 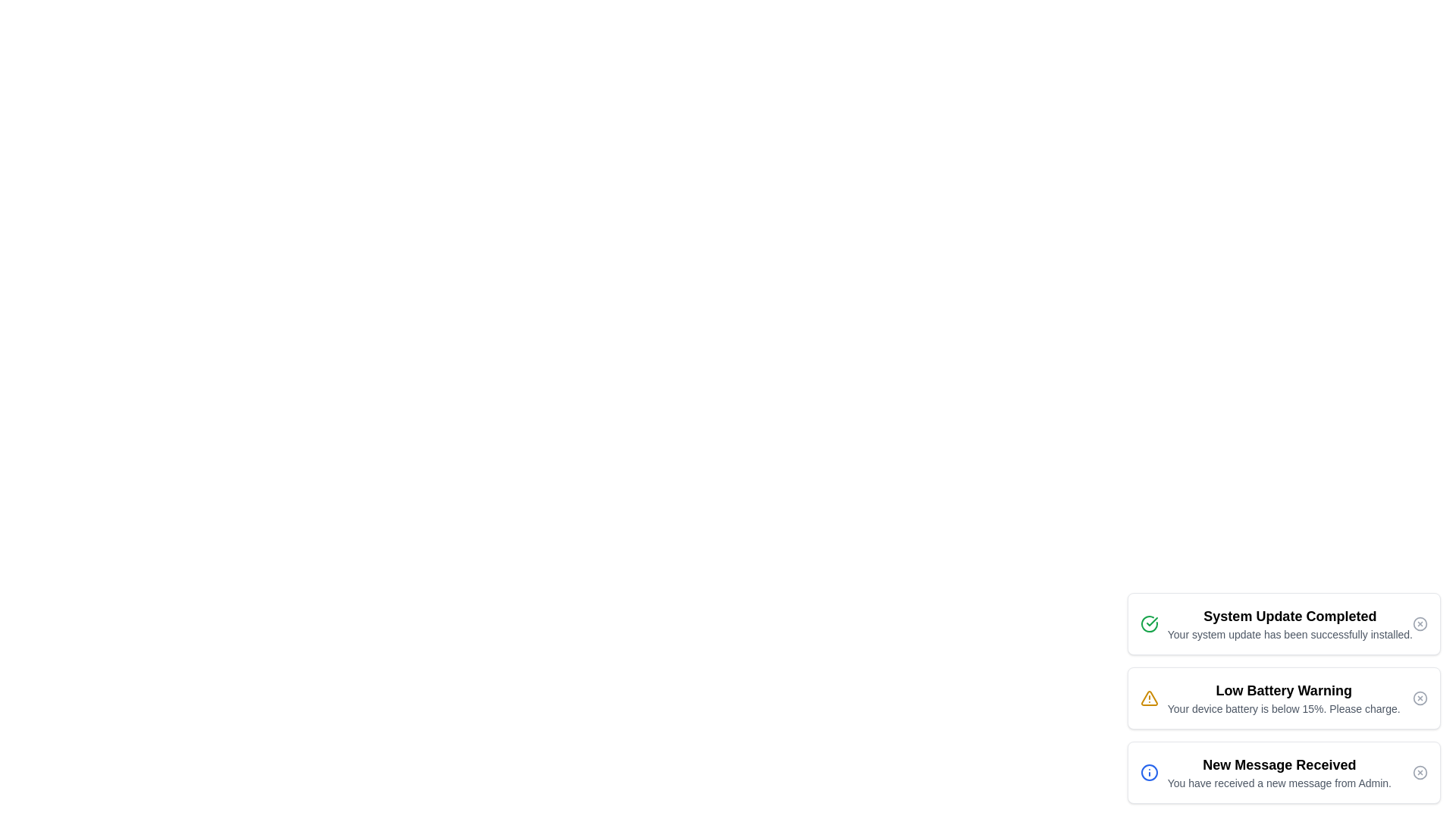 I want to click on the green circular icon with a checkmark inside, which is part of the 'System Update Completed' notification block, so click(x=1149, y=623).